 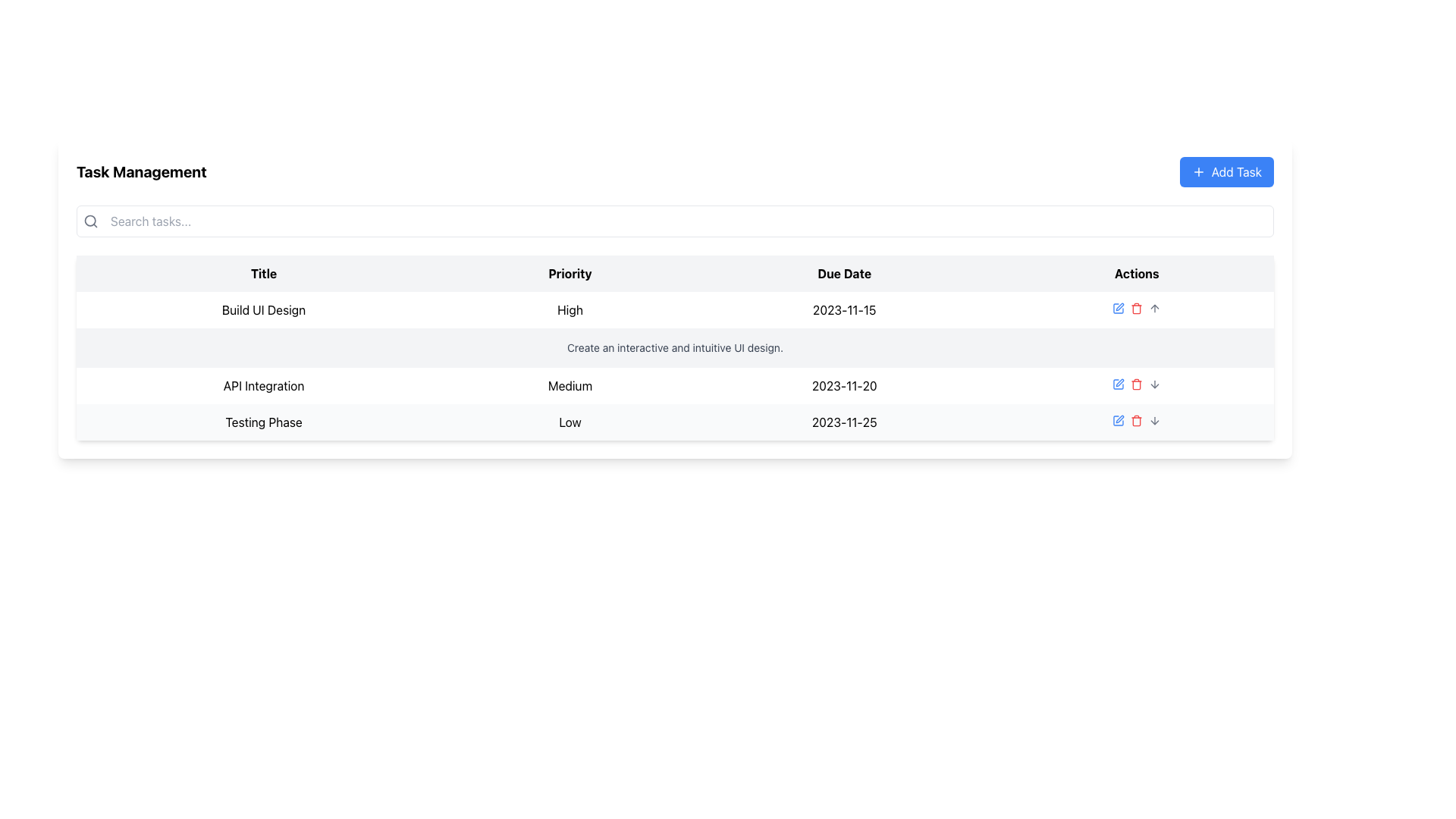 What do you see at coordinates (1120, 382) in the screenshot?
I see `the editing icon located in the 'Actions' column of the second row in the data table` at bounding box center [1120, 382].